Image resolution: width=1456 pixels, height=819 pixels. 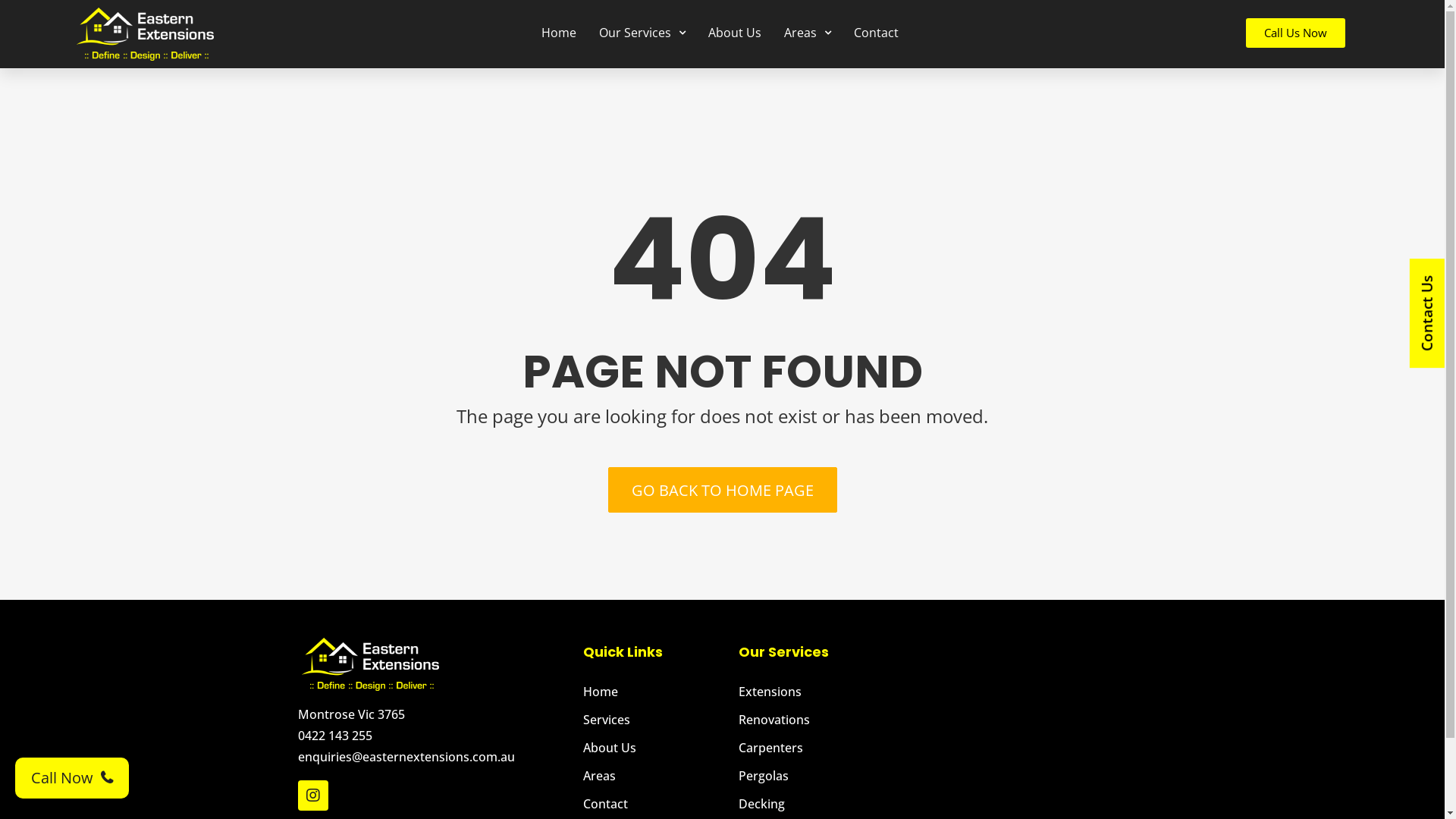 What do you see at coordinates (642, 32) in the screenshot?
I see `'Our Services'` at bounding box center [642, 32].